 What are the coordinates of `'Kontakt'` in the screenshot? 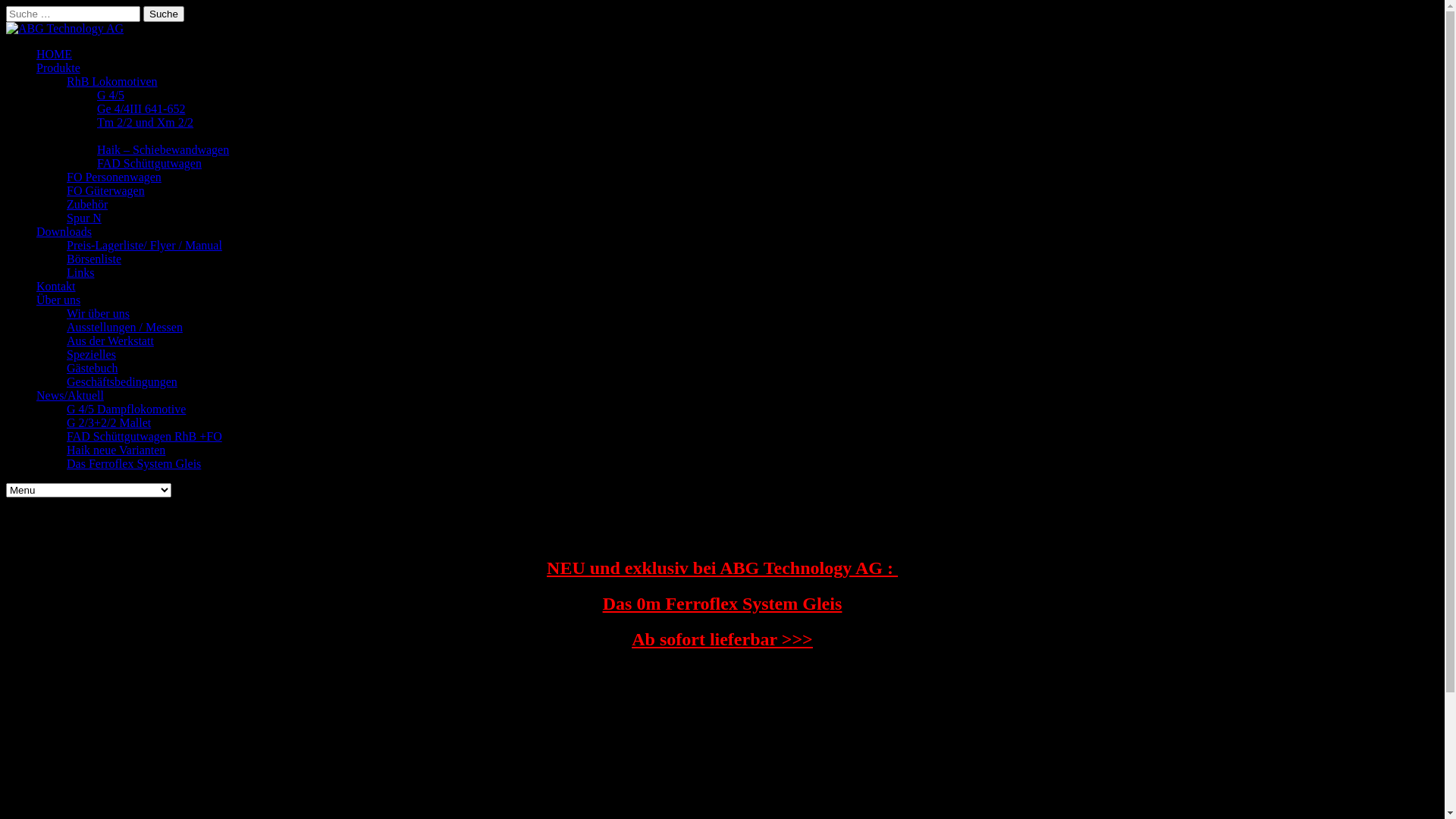 It's located at (55, 286).